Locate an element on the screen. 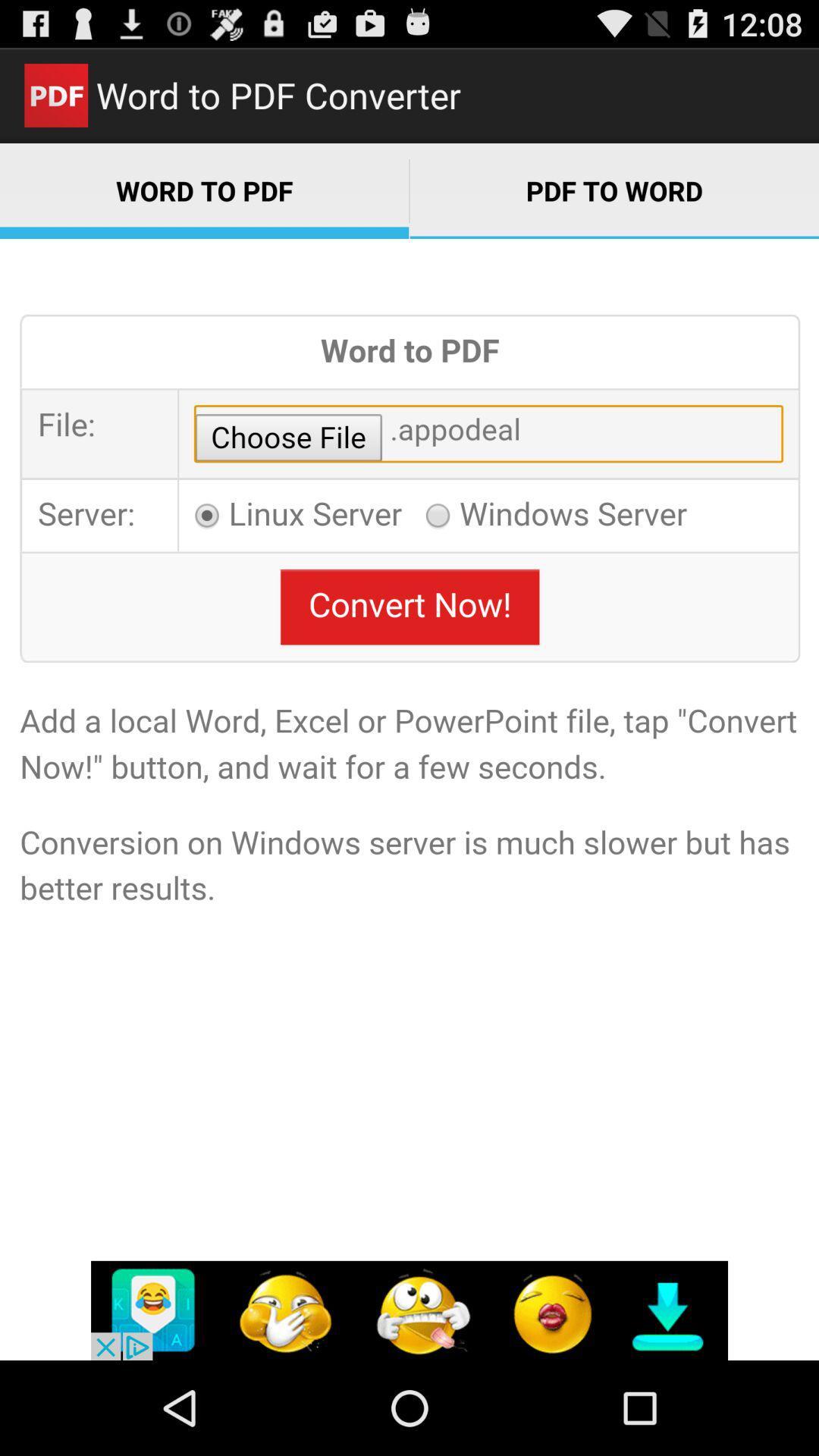 This screenshot has width=819, height=1456. more options is located at coordinates (409, 1310).